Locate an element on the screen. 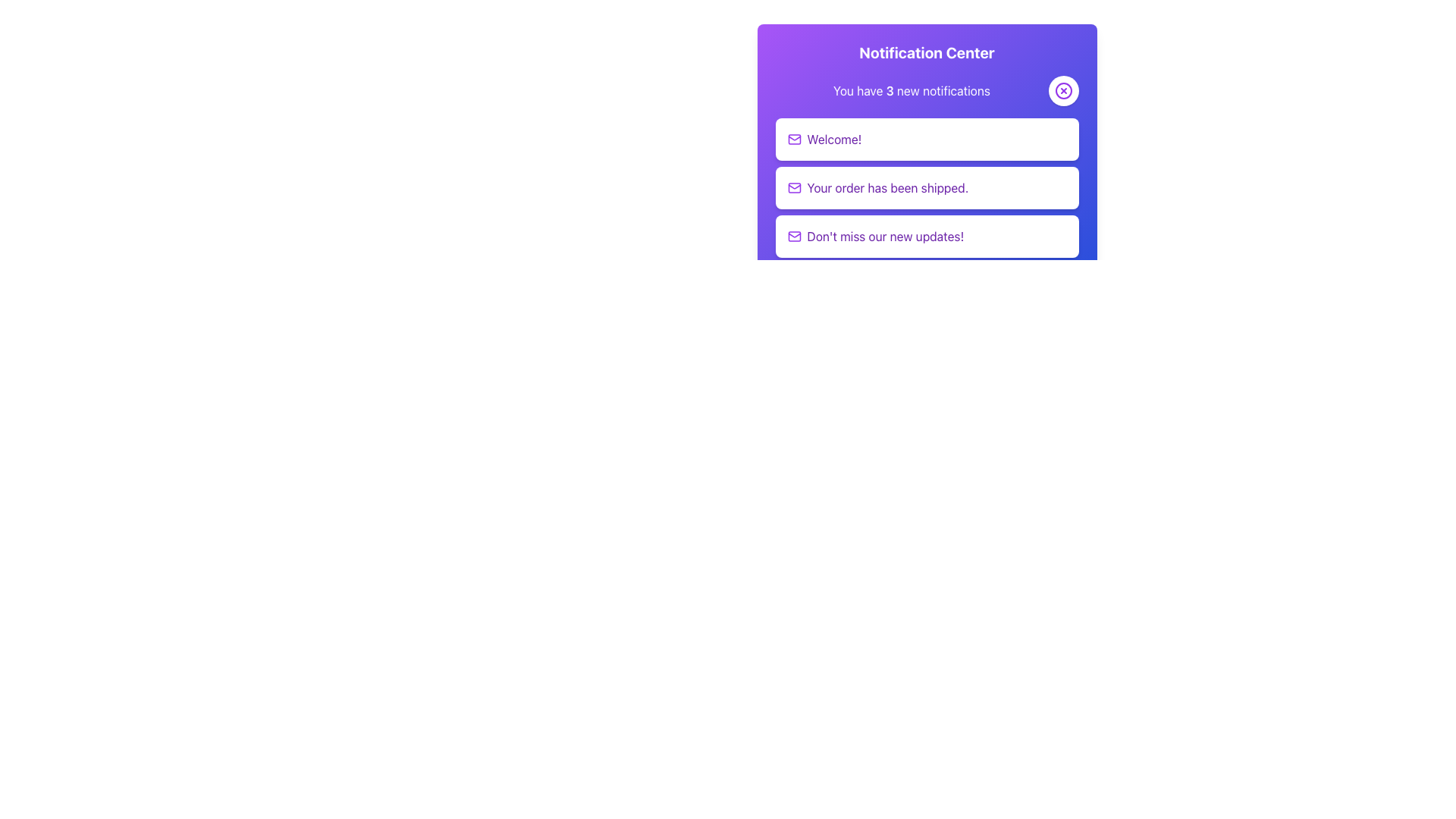 The height and width of the screenshot is (819, 1456). the first notification item displaying the message 'Welcome!' in the notification list, which is nested within a purple gradient background is located at coordinates (926, 140).